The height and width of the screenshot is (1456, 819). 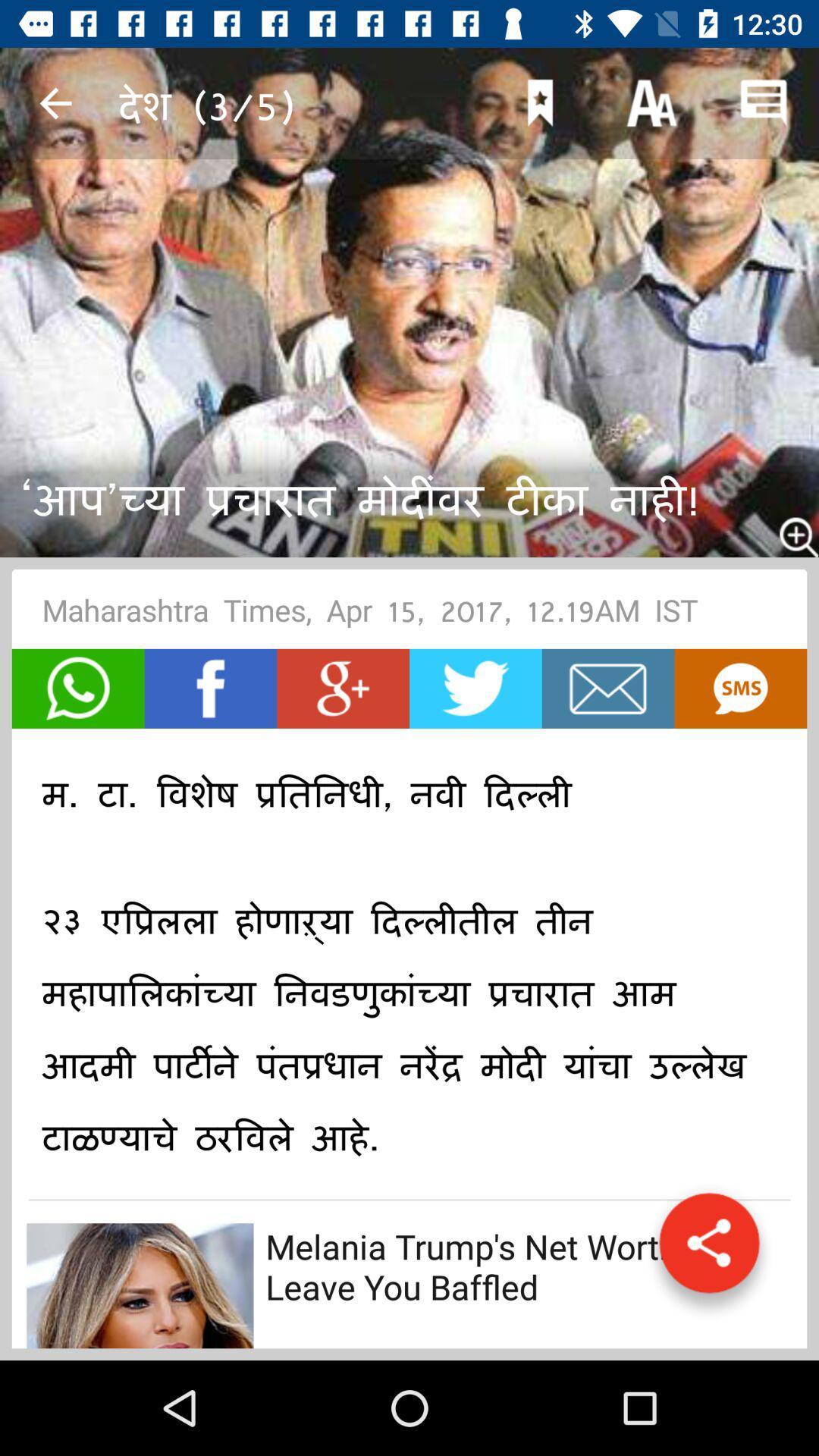 What do you see at coordinates (739, 688) in the screenshot?
I see `share article via text` at bounding box center [739, 688].